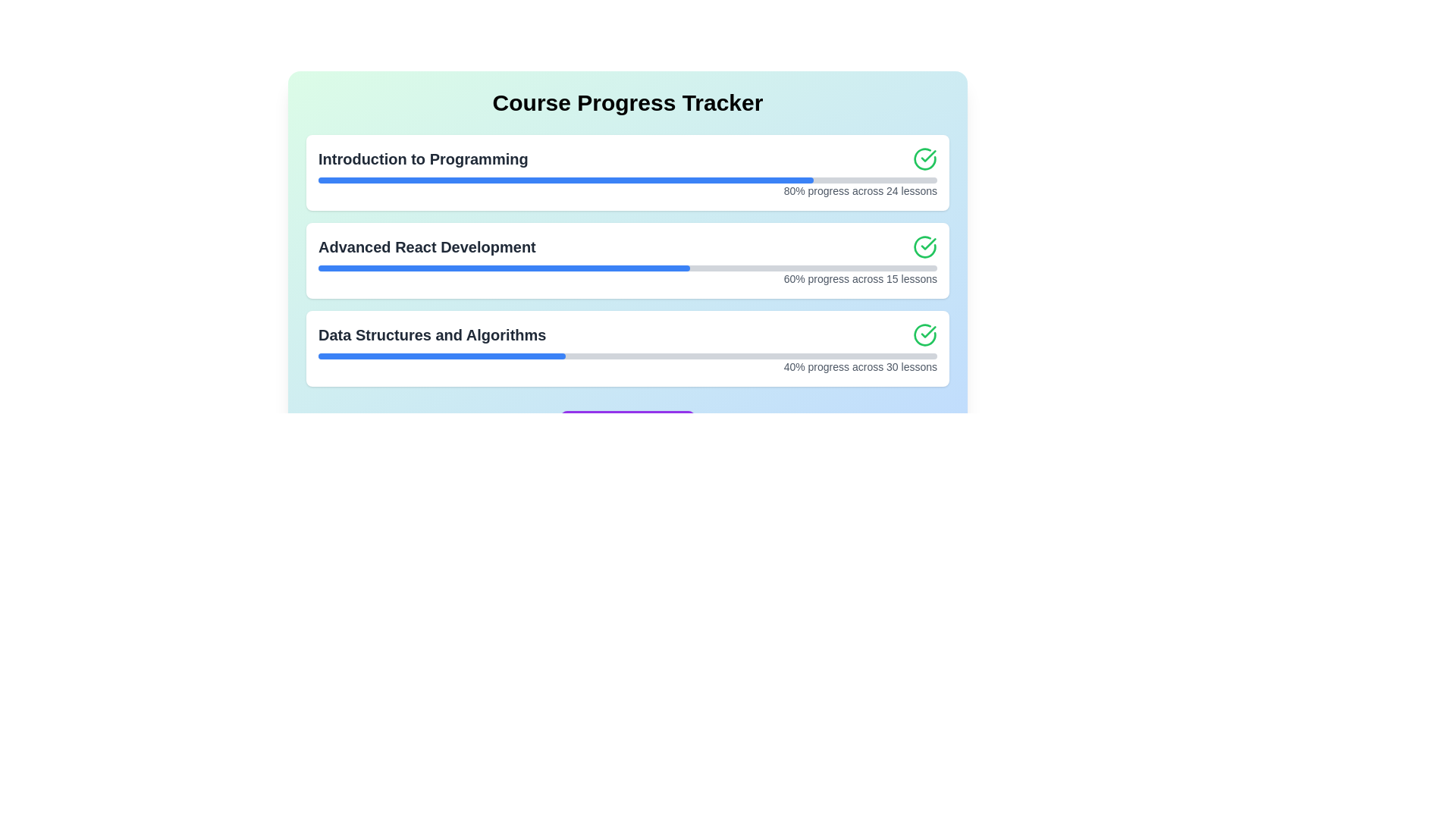 The image size is (1456, 819). What do you see at coordinates (924, 158) in the screenshot?
I see `the completion icon (circle check) located at the far-right end of the row for the 'Introduction to Programming' course, indicating that the course is completed` at bounding box center [924, 158].